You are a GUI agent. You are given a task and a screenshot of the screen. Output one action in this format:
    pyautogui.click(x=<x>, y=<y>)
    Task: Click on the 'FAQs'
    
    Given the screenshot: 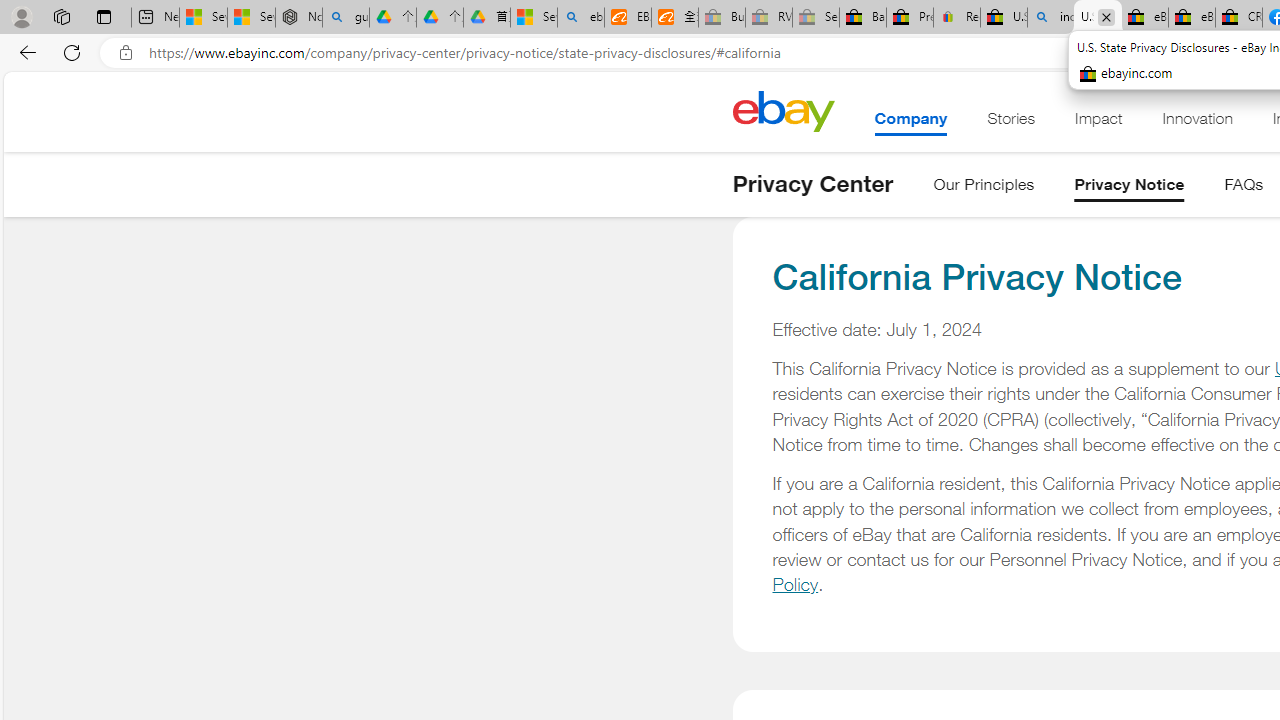 What is the action you would take?
    pyautogui.click(x=1243, y=188)
    